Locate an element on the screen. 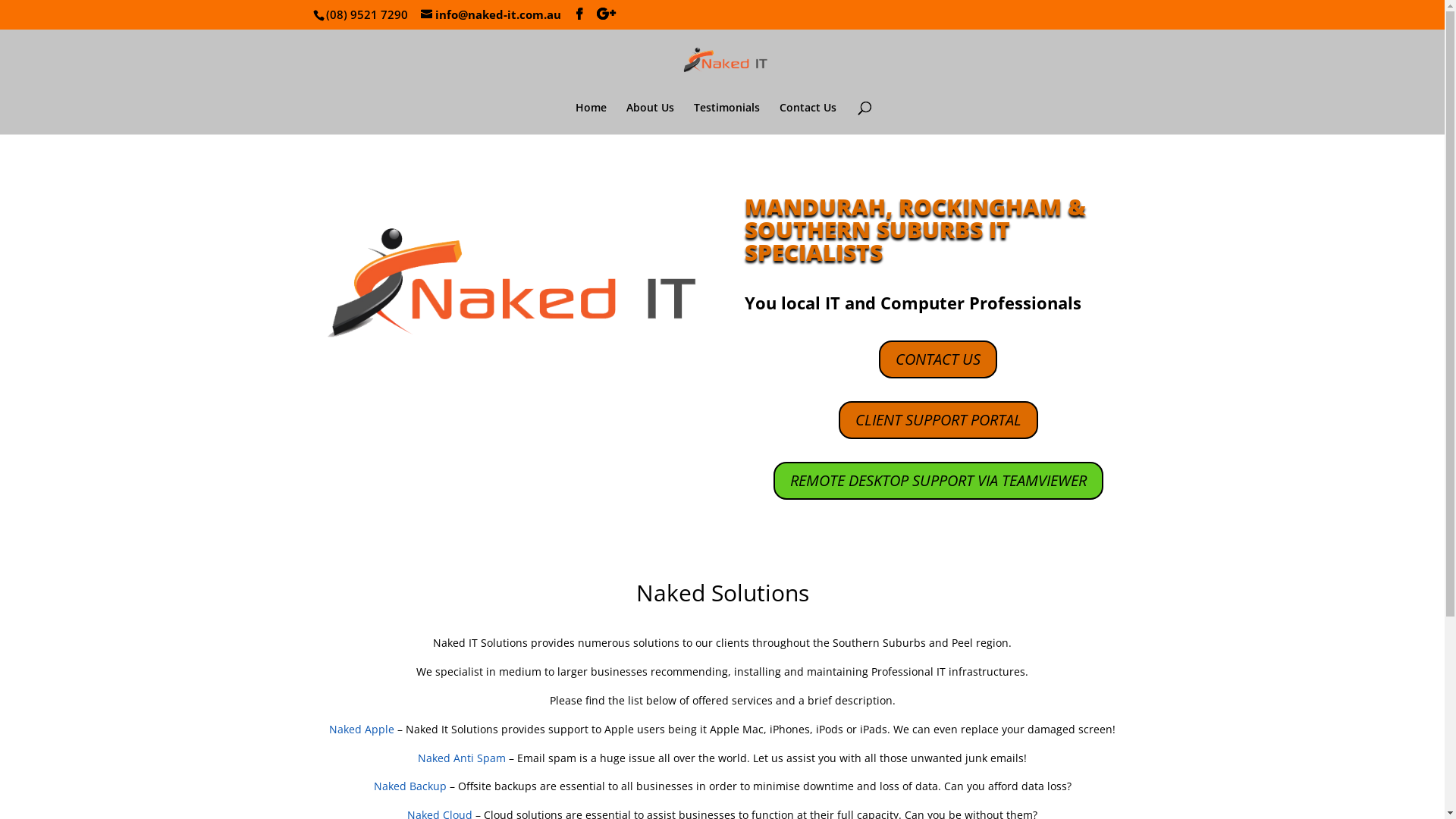 This screenshot has height=819, width=1456. 'Naked Anti Spam' is located at coordinates (461, 758).